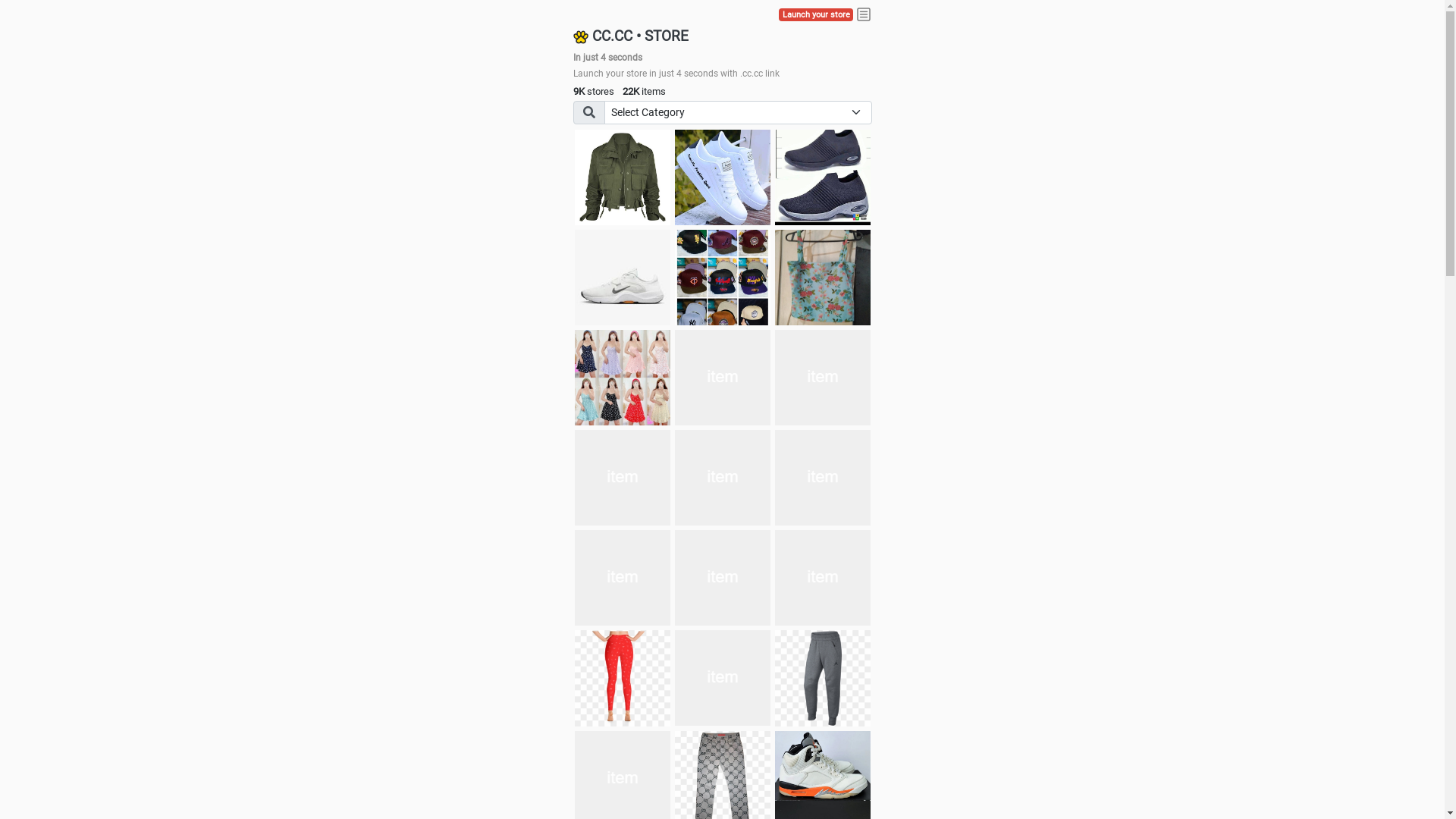 The width and height of the screenshot is (1456, 819). Describe the element at coordinates (779, 14) in the screenshot. I see `'Launch your store'` at that location.